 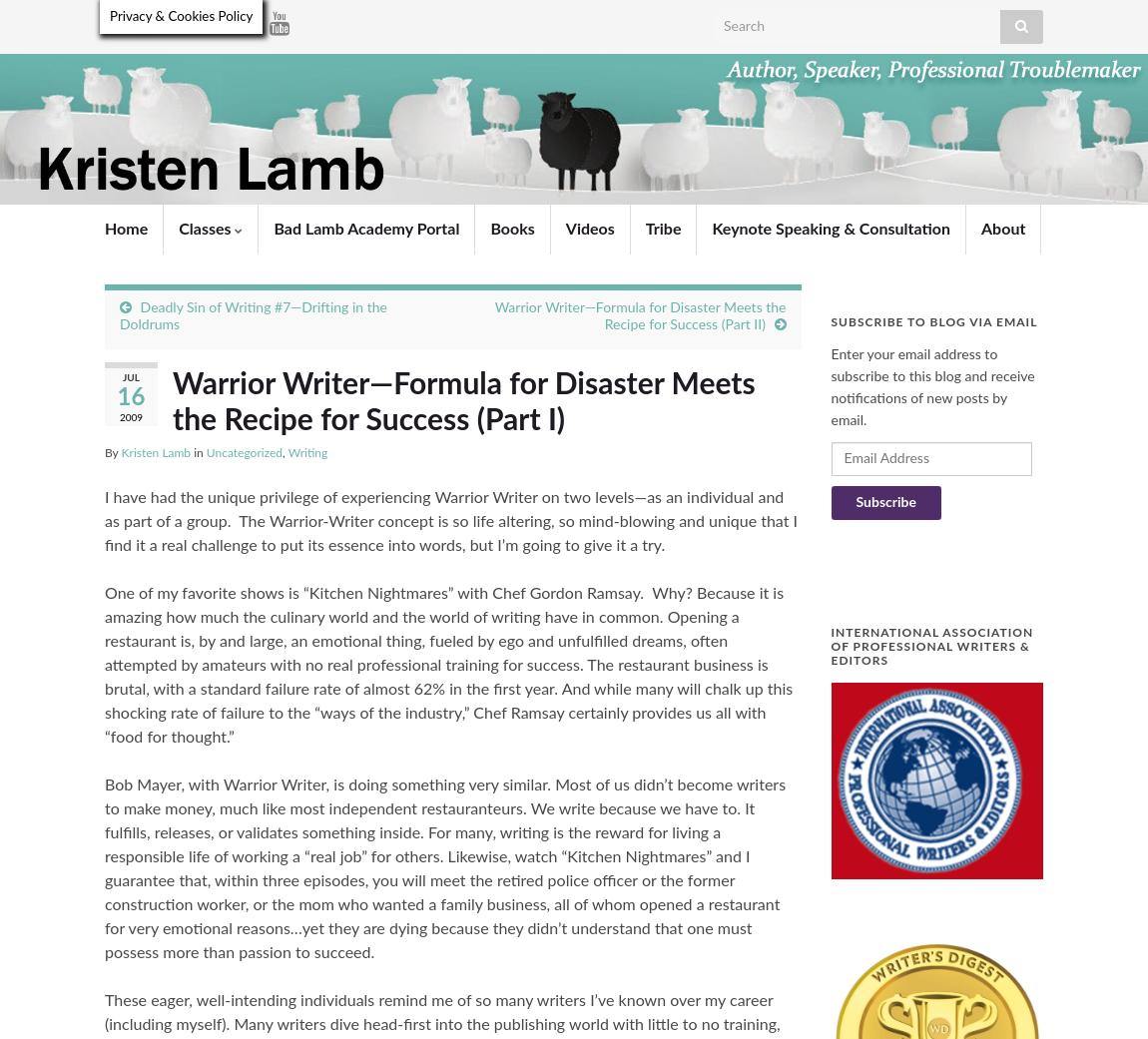 I want to click on 'International Association of Professional Writers & Editors', so click(x=931, y=646).